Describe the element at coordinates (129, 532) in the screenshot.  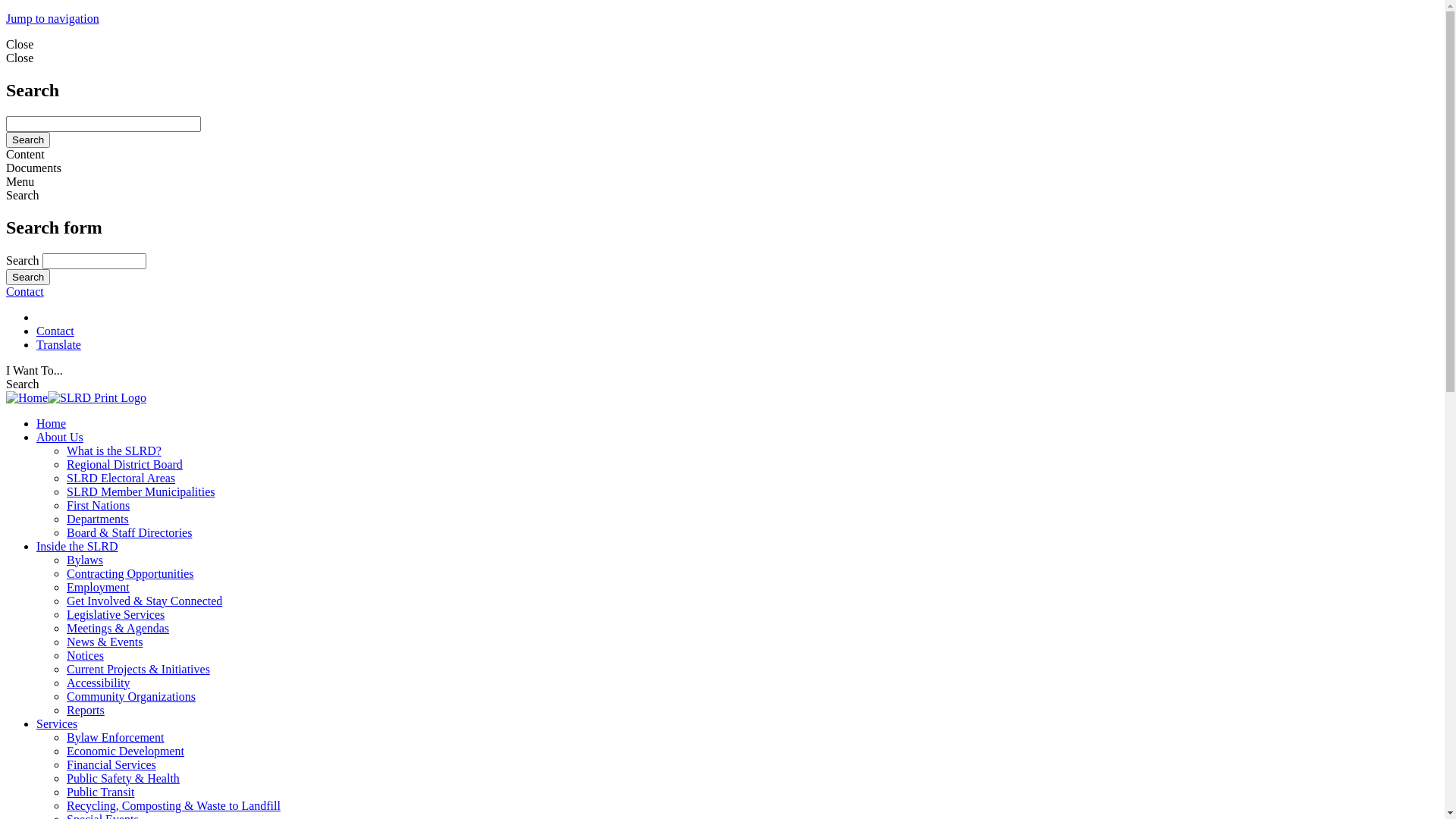
I see `'Board & Staff Directories'` at that location.